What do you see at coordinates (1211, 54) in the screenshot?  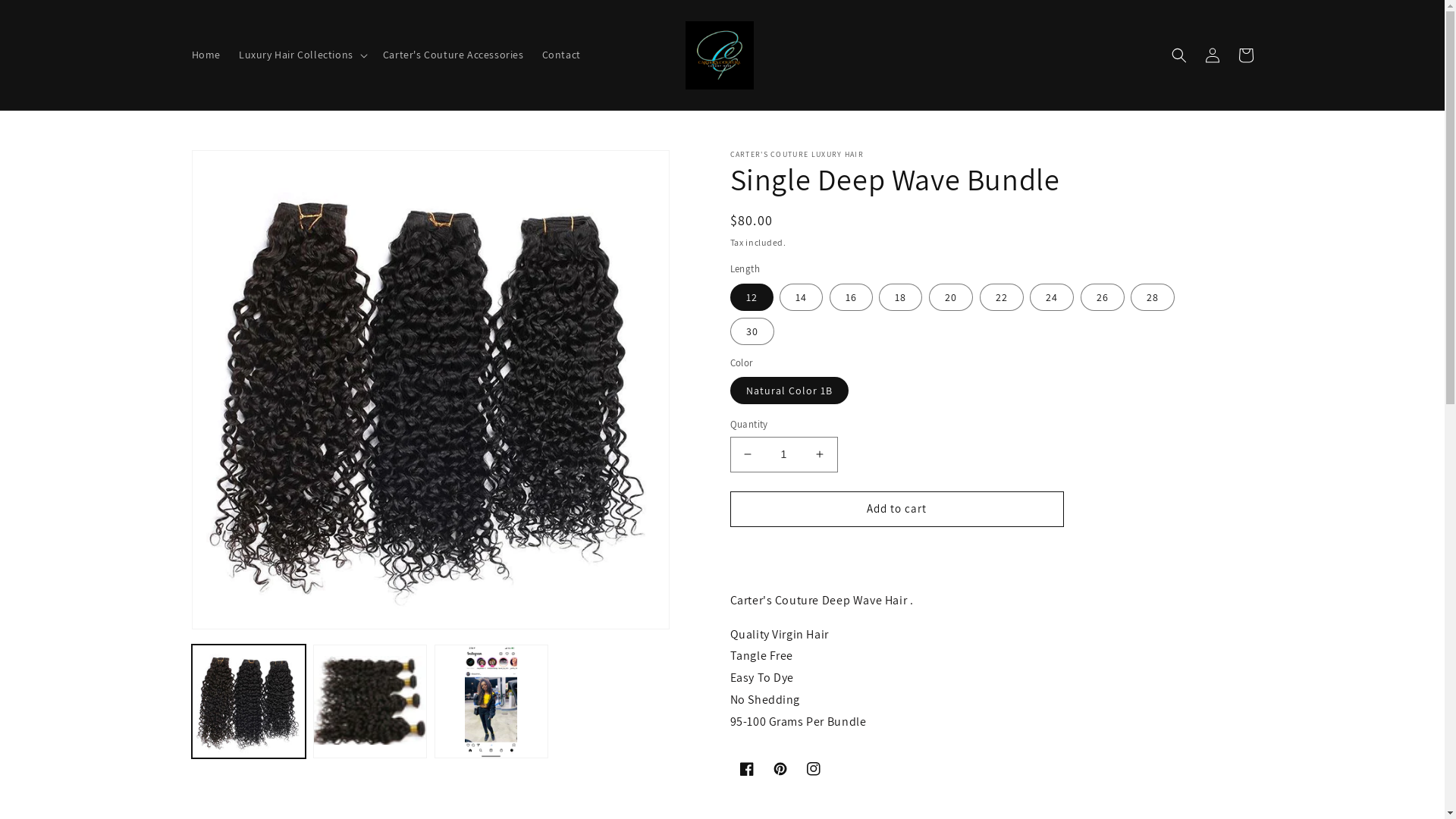 I see `'Log in'` at bounding box center [1211, 54].